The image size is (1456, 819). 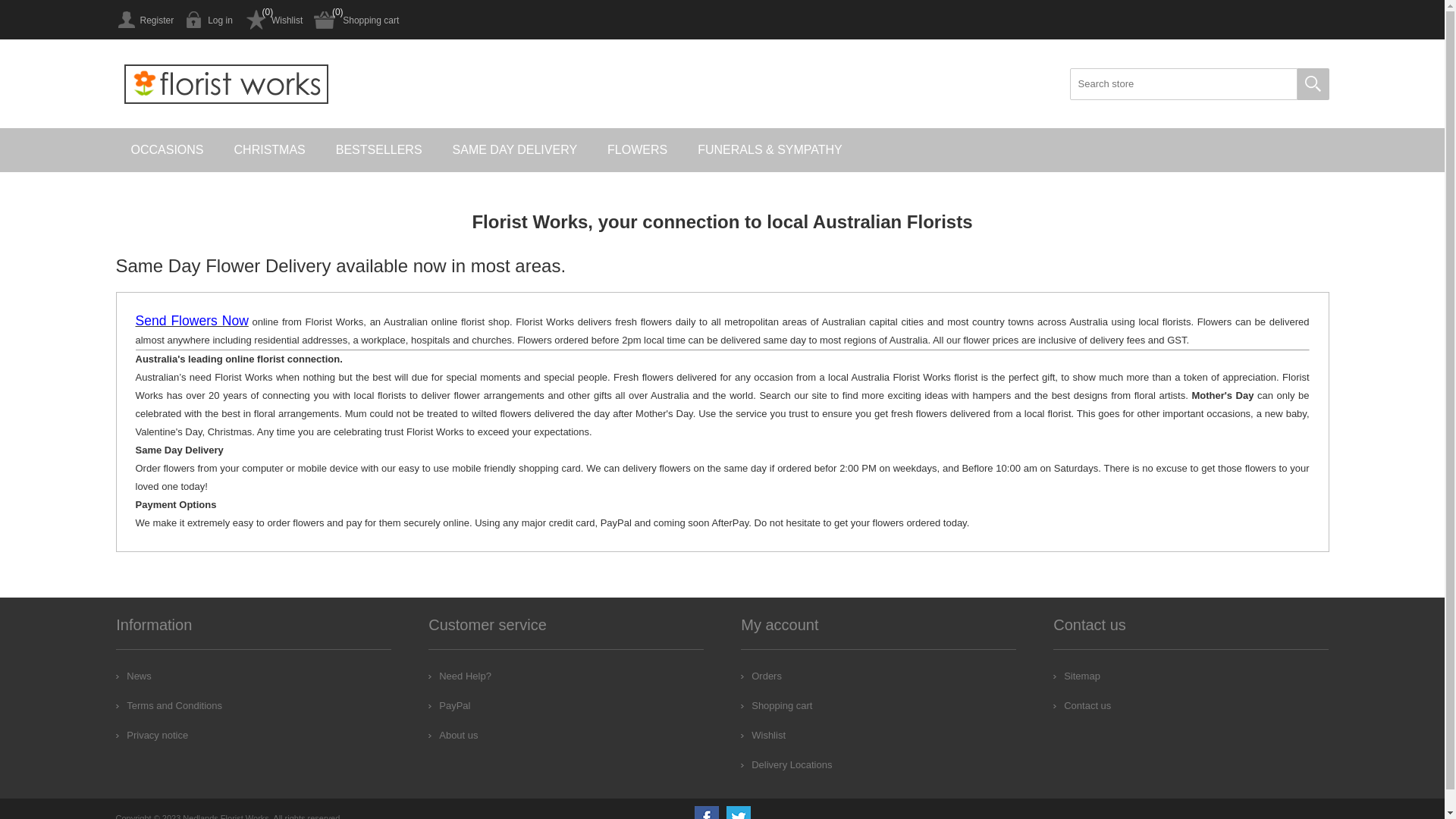 I want to click on 'Wishlist', so click(x=741, y=734).